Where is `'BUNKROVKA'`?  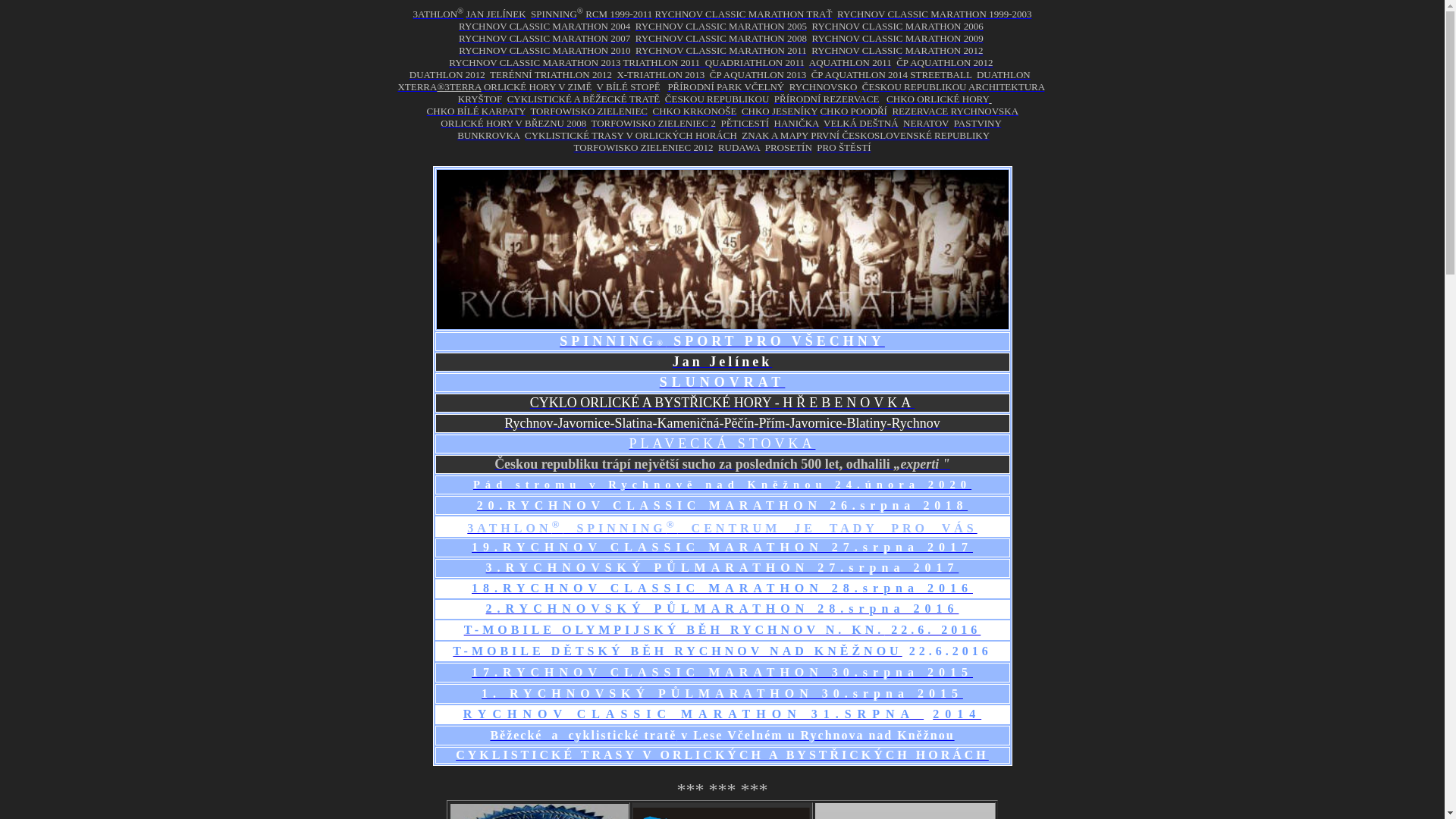
'BUNKROVKA' is located at coordinates (488, 134).